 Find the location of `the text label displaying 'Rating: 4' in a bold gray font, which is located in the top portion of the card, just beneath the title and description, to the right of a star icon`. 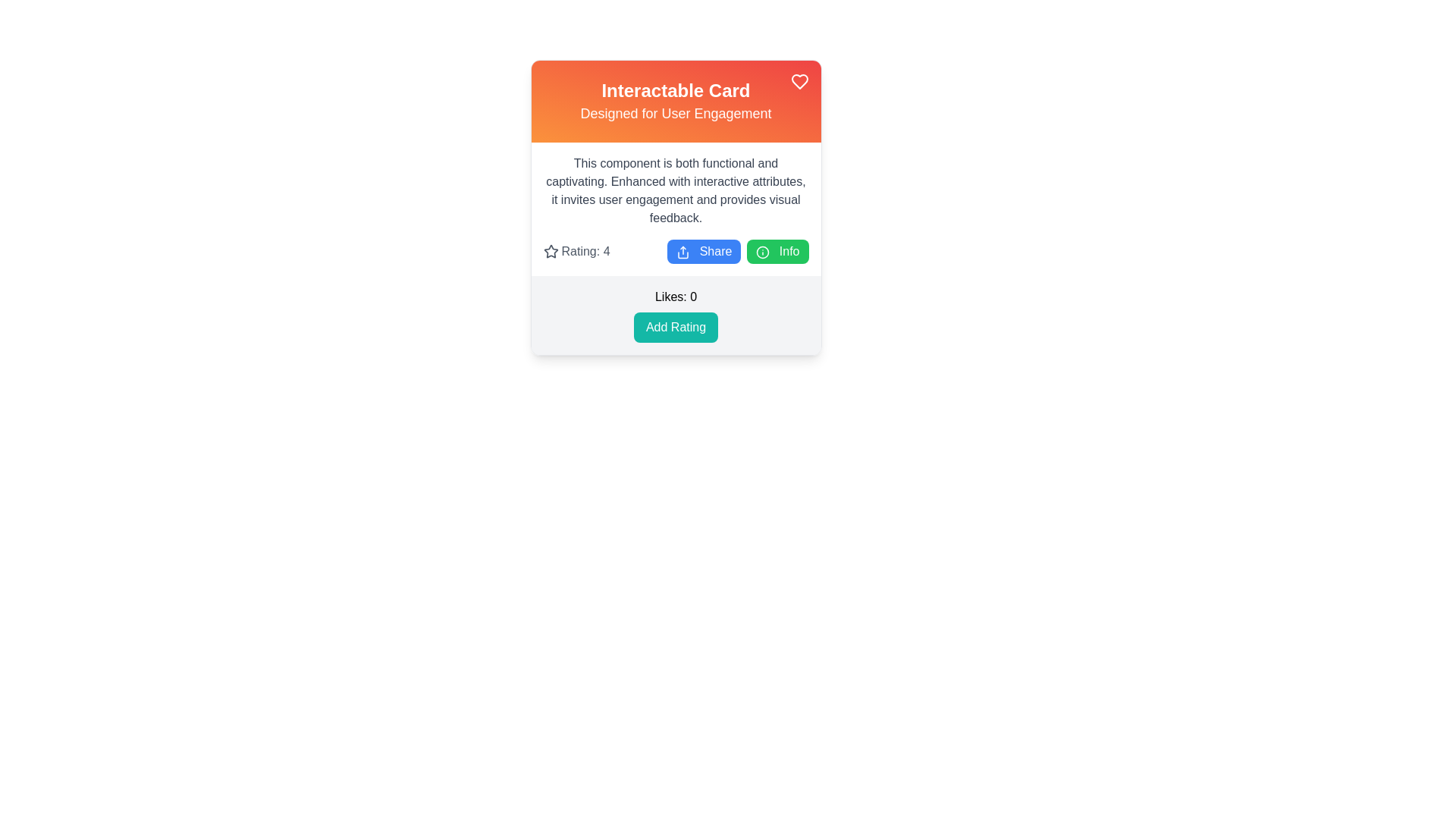

the text label displaying 'Rating: 4' in a bold gray font, which is located in the top portion of the card, just beneath the title and description, to the right of a star icon is located at coordinates (585, 250).